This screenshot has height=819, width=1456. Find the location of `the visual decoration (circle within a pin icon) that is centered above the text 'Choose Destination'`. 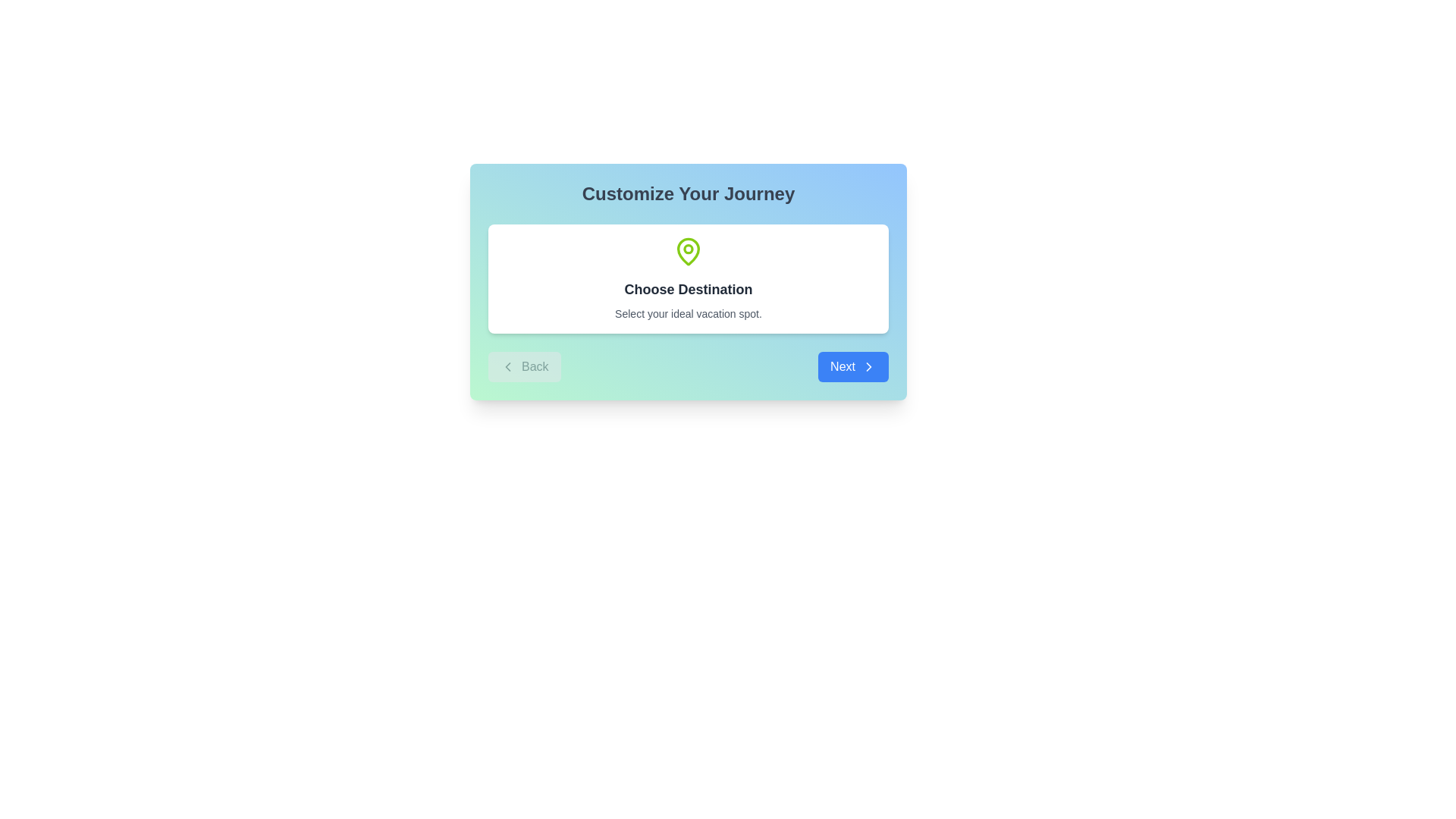

the visual decoration (circle within a pin icon) that is centered above the text 'Choose Destination' is located at coordinates (687, 247).